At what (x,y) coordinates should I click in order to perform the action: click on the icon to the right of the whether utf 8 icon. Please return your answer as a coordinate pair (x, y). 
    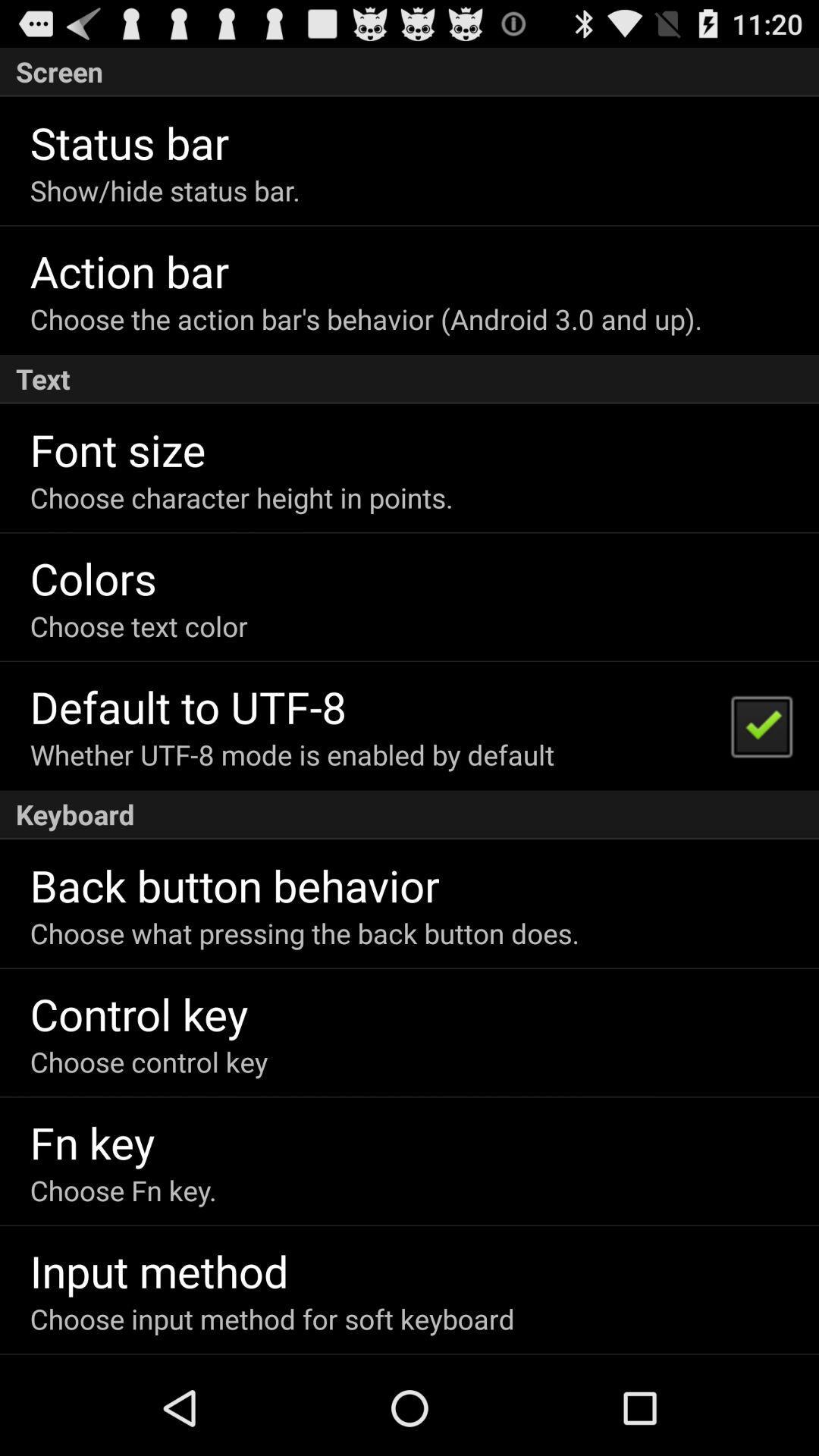
    Looking at the image, I should click on (761, 724).